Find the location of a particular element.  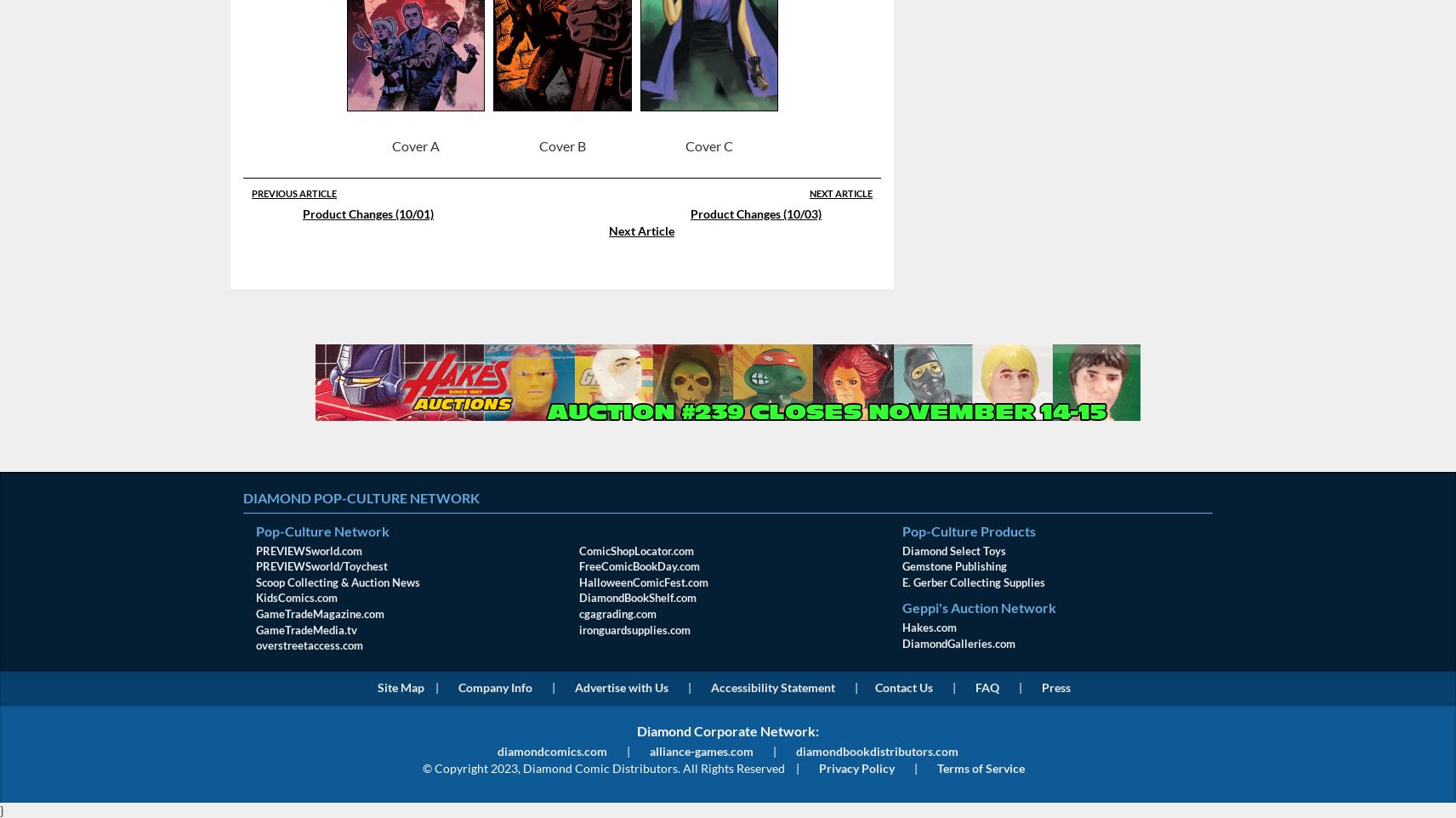

'Product Changes  (10/01)' is located at coordinates (367, 213).